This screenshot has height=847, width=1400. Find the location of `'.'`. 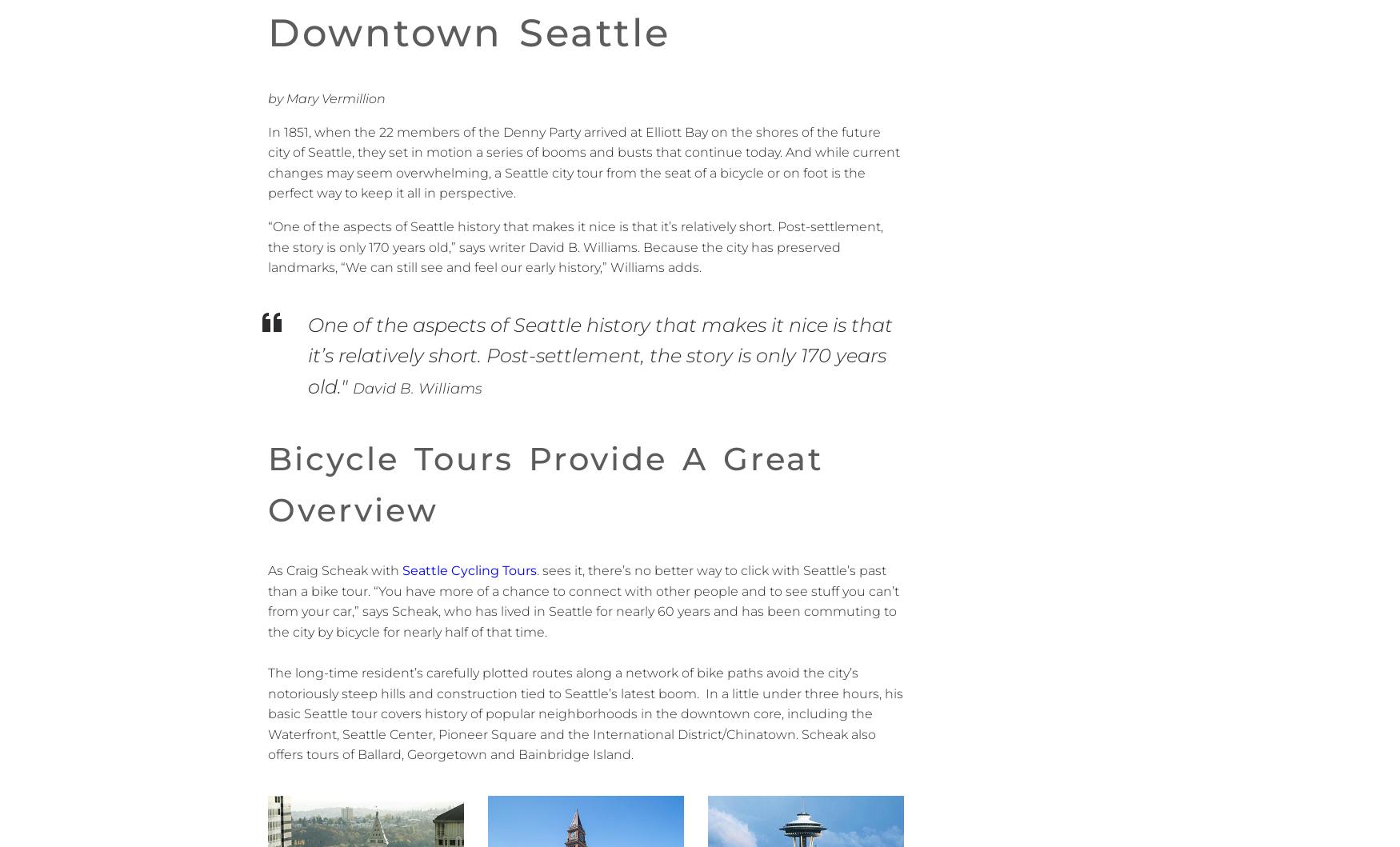

'.' is located at coordinates (535, 569).